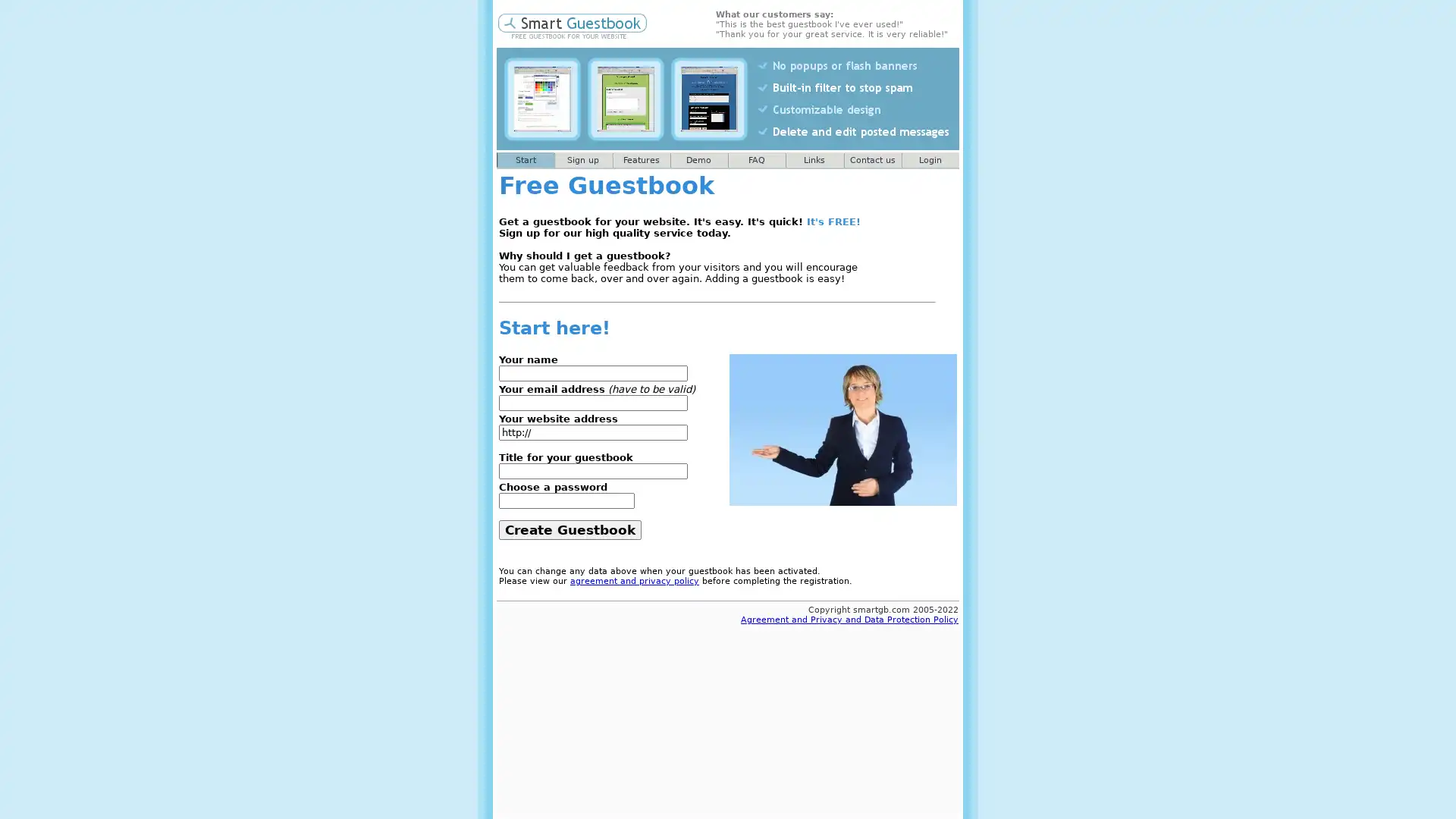 This screenshot has height=819, width=1456. Describe the element at coordinates (570, 529) in the screenshot. I see `Create Guestbook` at that location.